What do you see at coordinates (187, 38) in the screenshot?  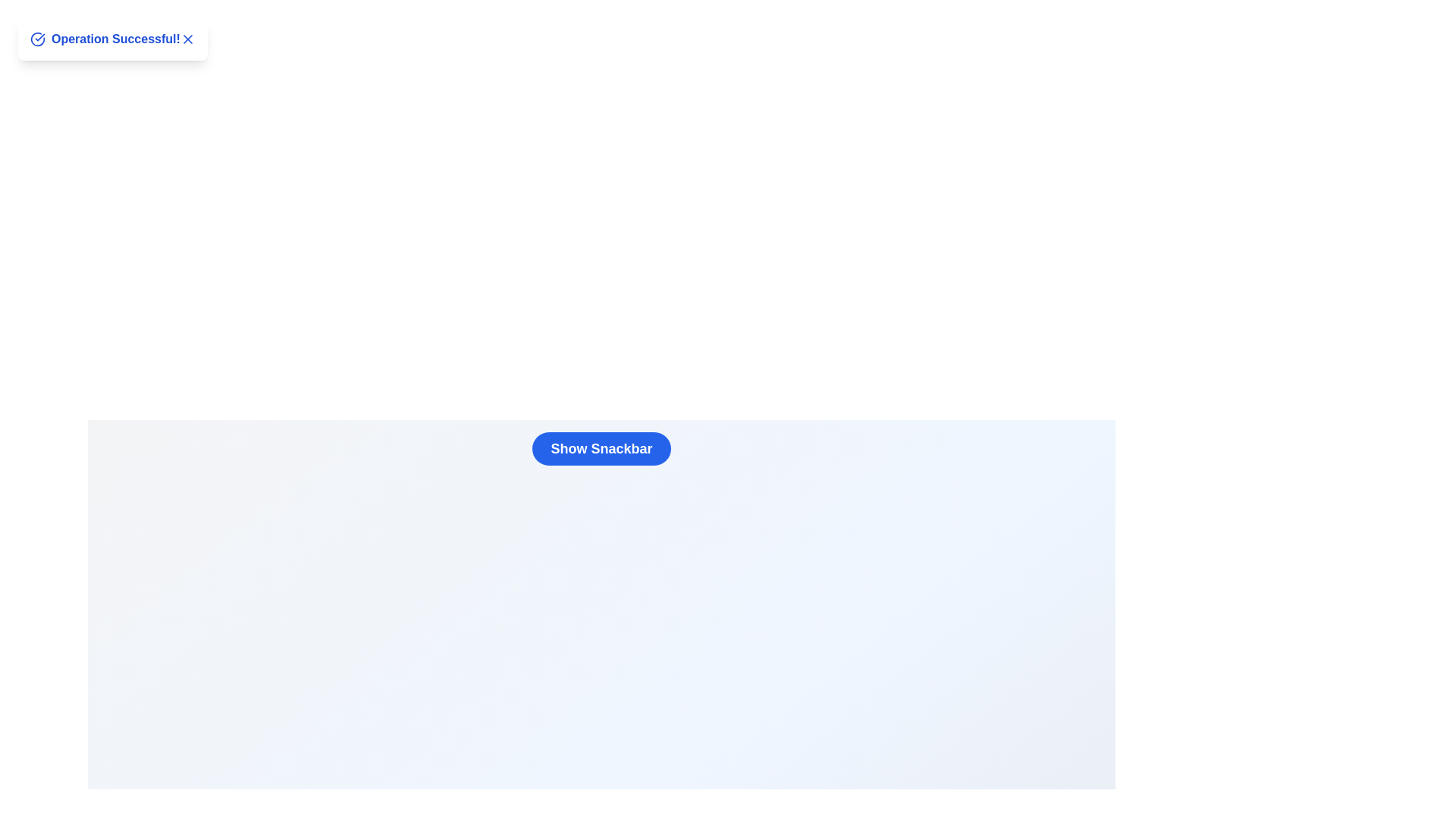 I see `the close button ('X') in the snackbar to hide it` at bounding box center [187, 38].